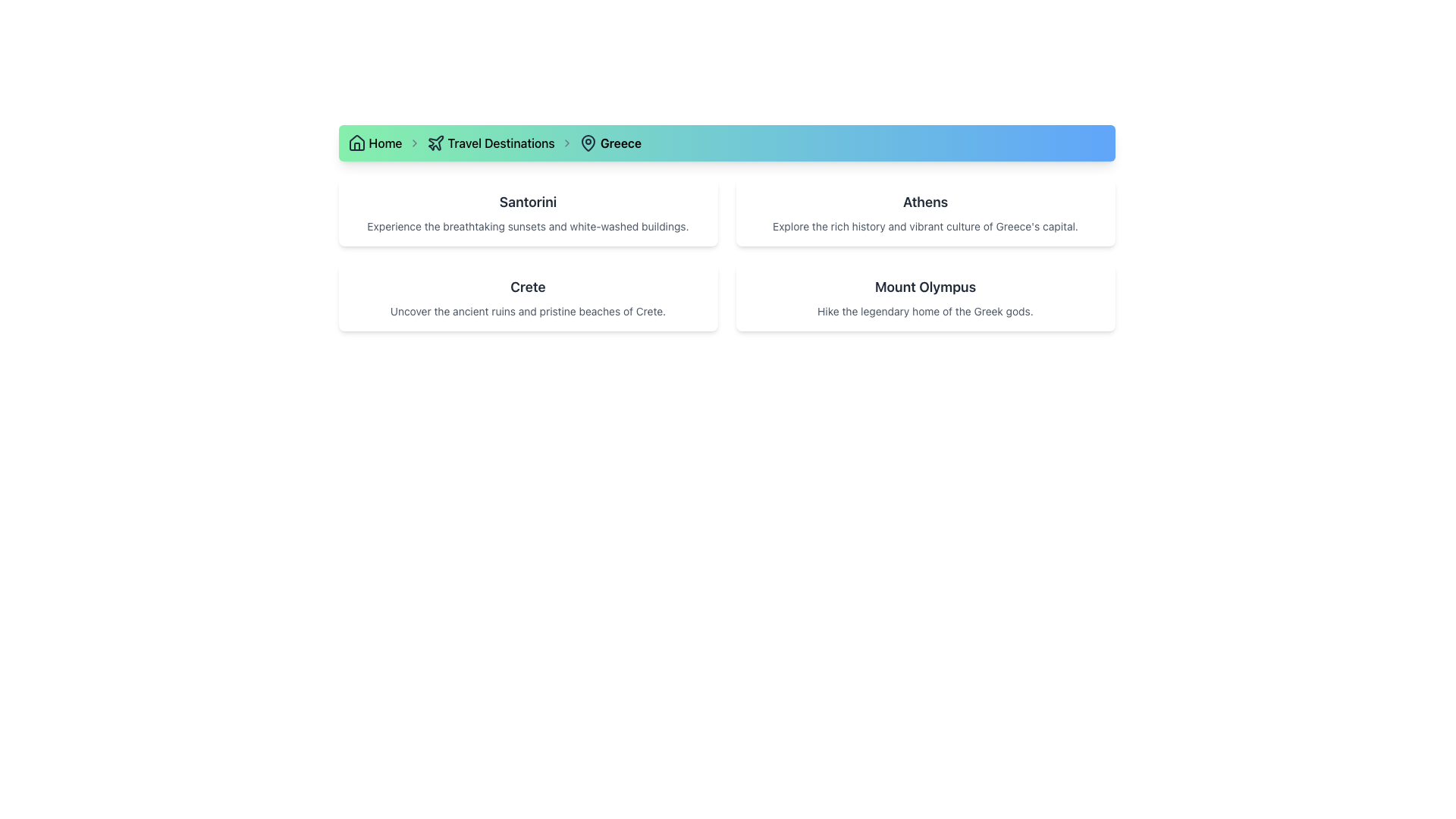 The width and height of the screenshot is (1456, 819). Describe the element at coordinates (528, 201) in the screenshot. I see `the heading text element for the location 'Santorini', which is positioned on the left side of the cards and above the description text` at that location.